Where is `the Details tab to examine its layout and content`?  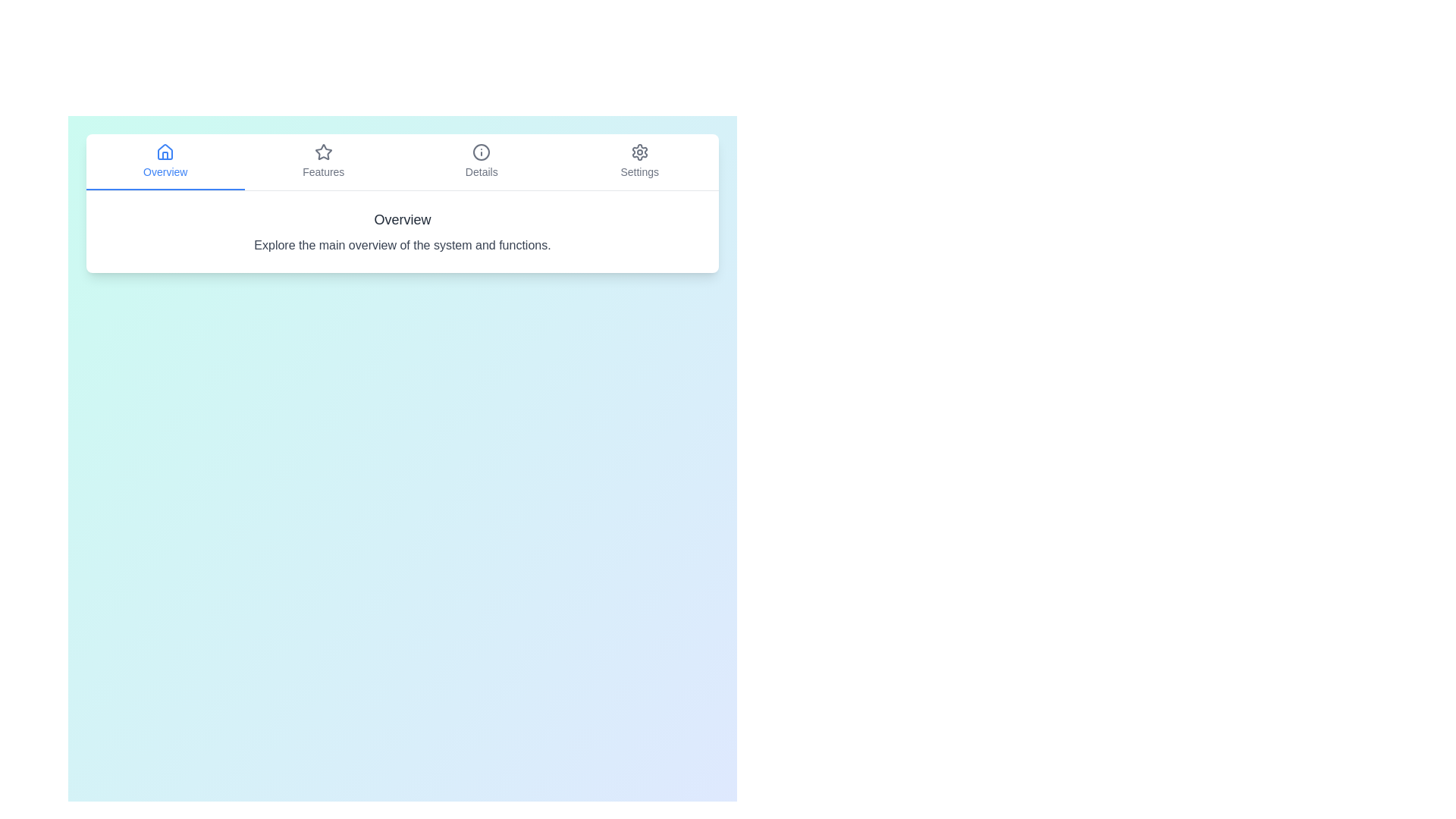 the Details tab to examine its layout and content is located at coordinates (481, 162).